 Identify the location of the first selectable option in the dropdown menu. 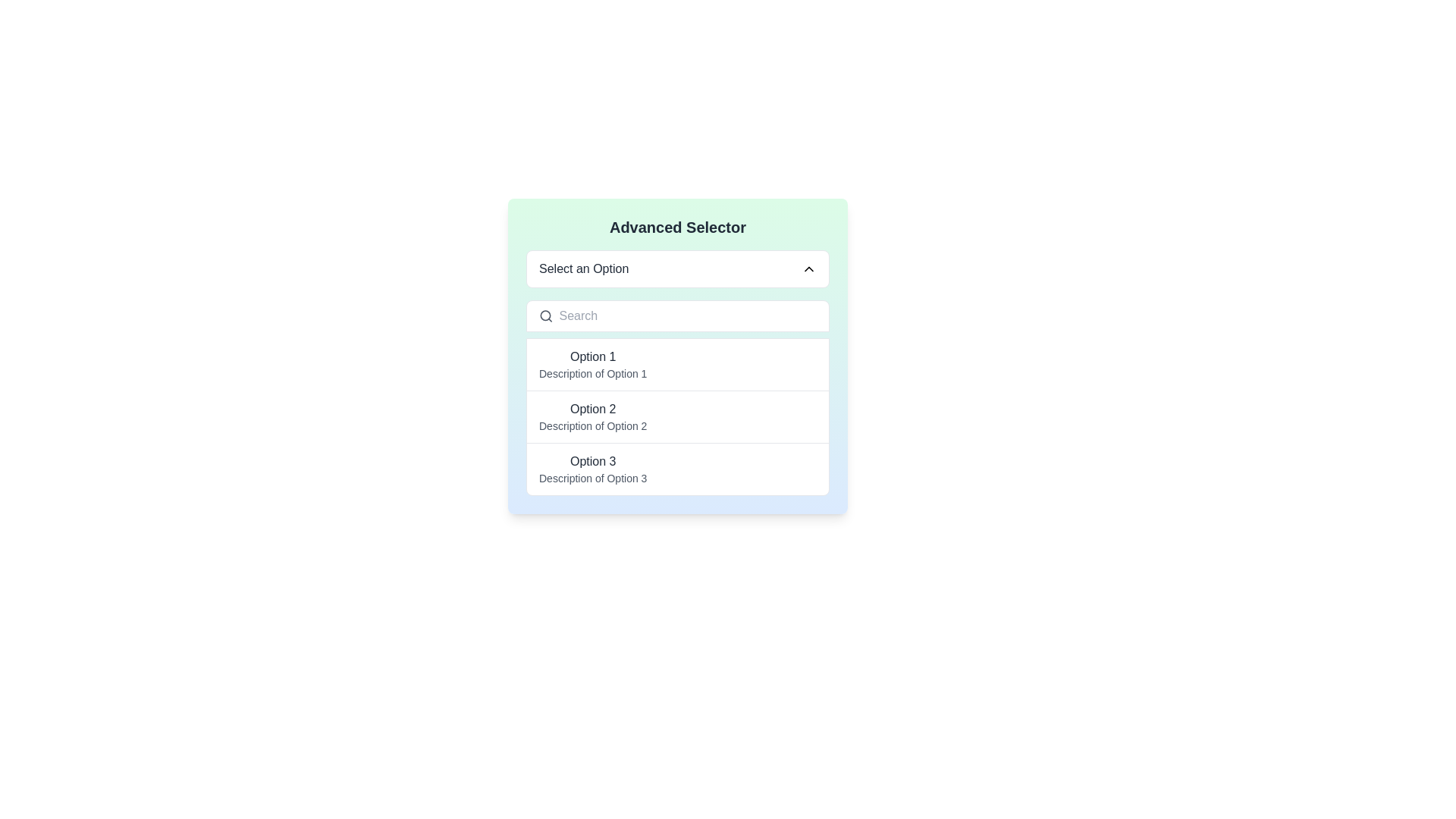
(676, 365).